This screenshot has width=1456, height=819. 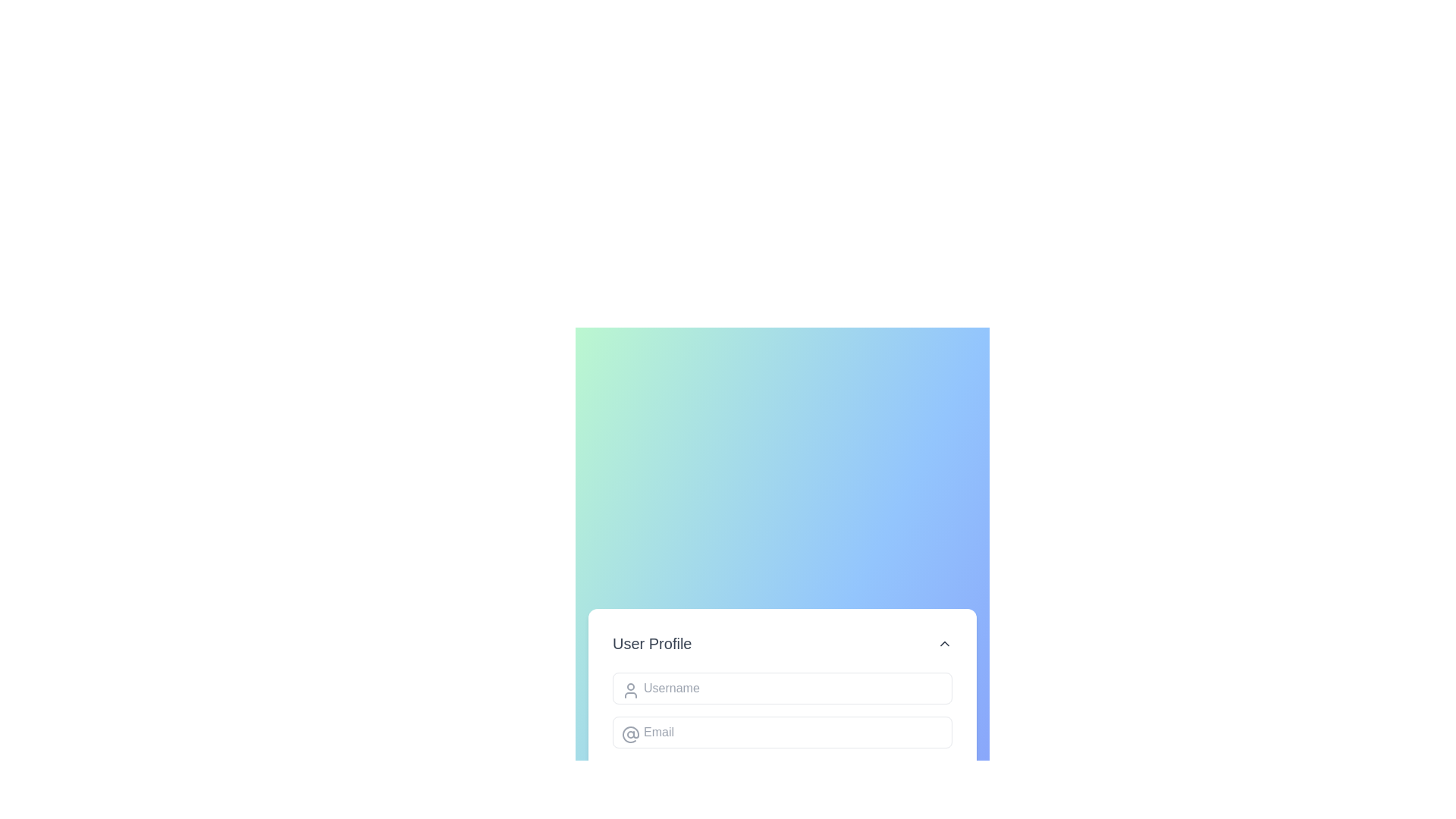 What do you see at coordinates (630, 733) in the screenshot?
I see `the decorative graphical icon element that forms part of the '@' sign, located to the left of the 'Email' input field in the 'User Profile' section` at bounding box center [630, 733].